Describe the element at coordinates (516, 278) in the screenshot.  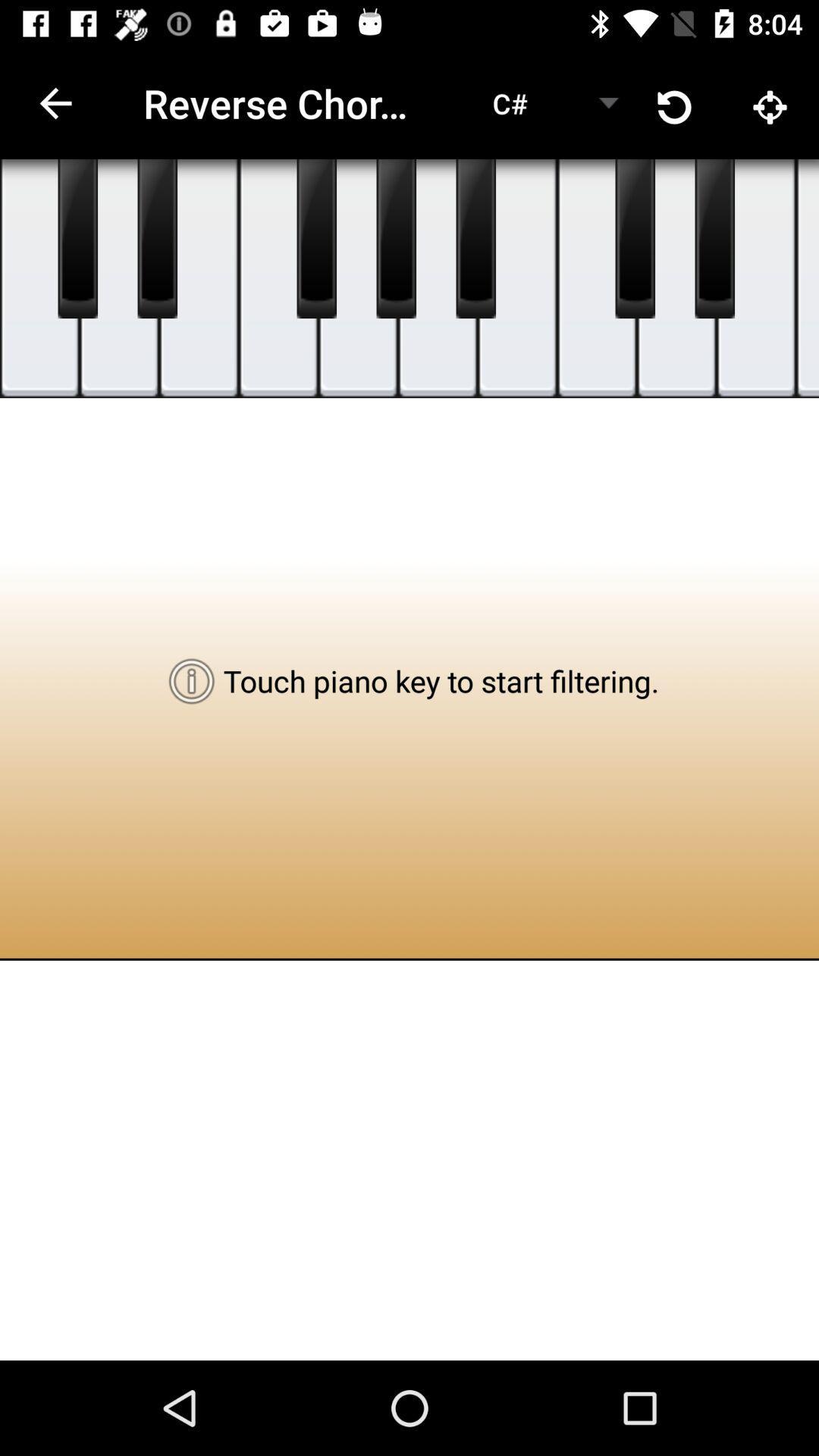
I see `the item above touch piano key` at that location.